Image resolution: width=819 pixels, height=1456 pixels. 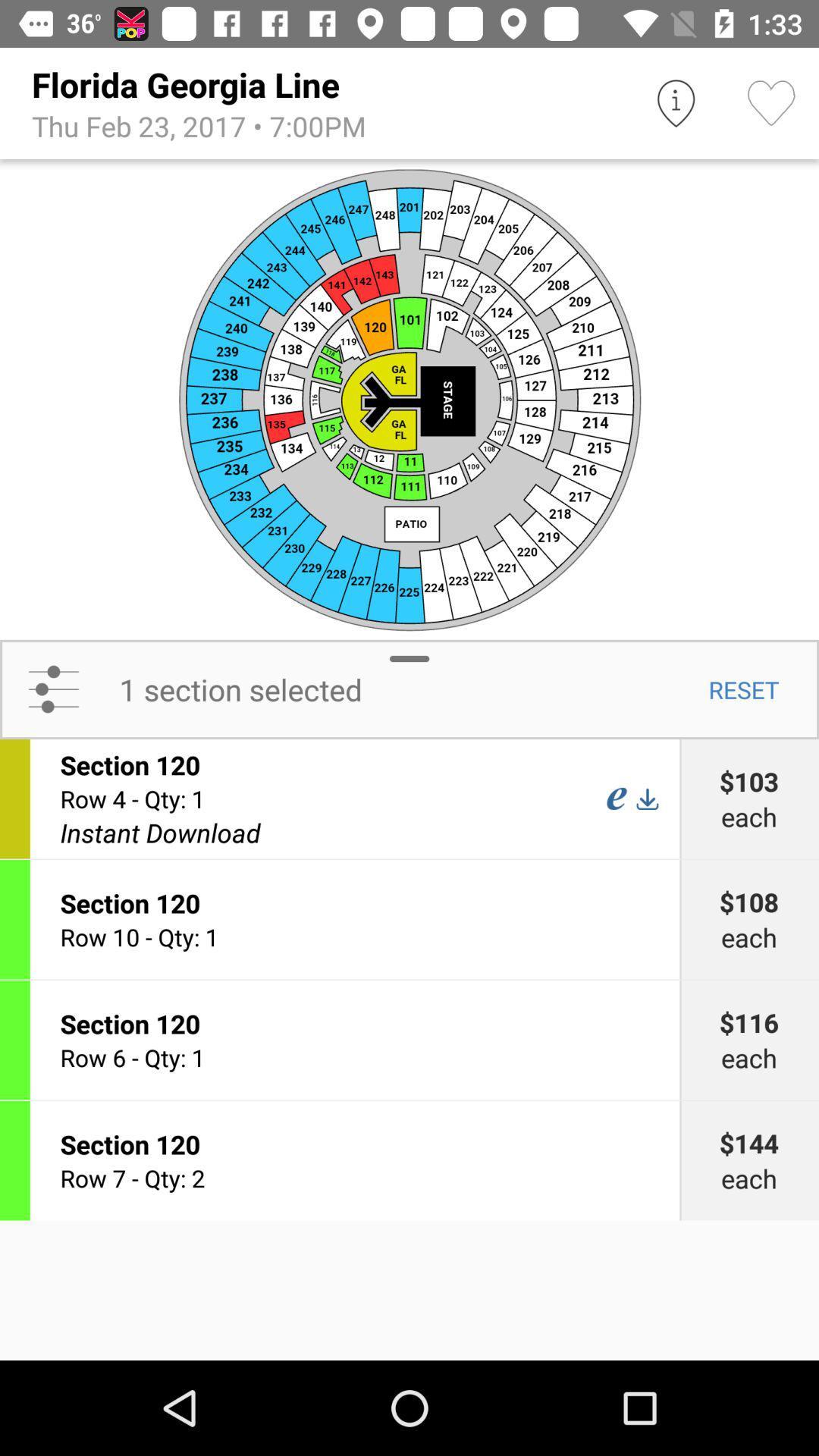 What do you see at coordinates (52, 689) in the screenshot?
I see `the icon to the left of the 1 section selected icon` at bounding box center [52, 689].